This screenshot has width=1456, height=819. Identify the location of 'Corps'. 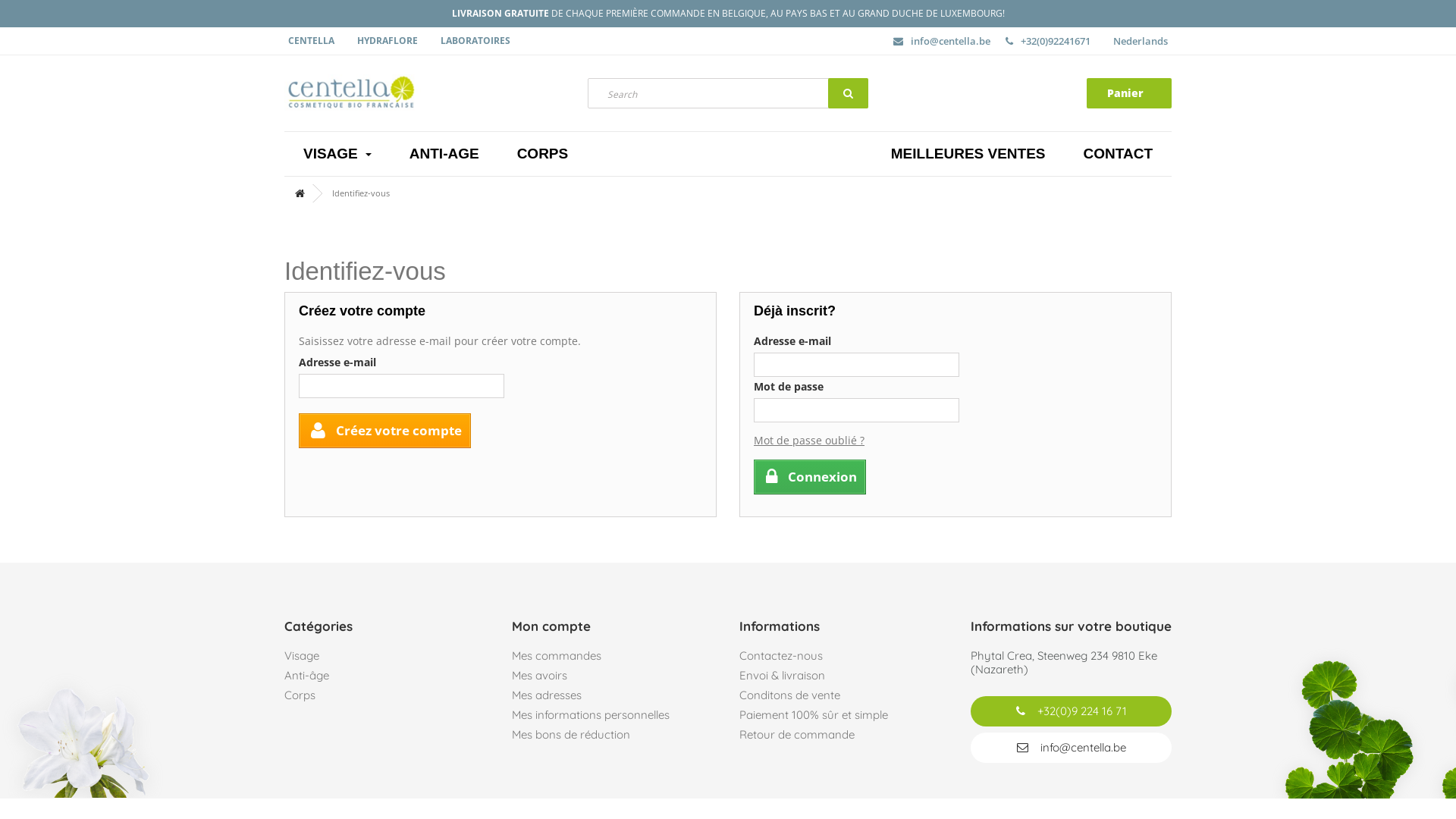
(284, 695).